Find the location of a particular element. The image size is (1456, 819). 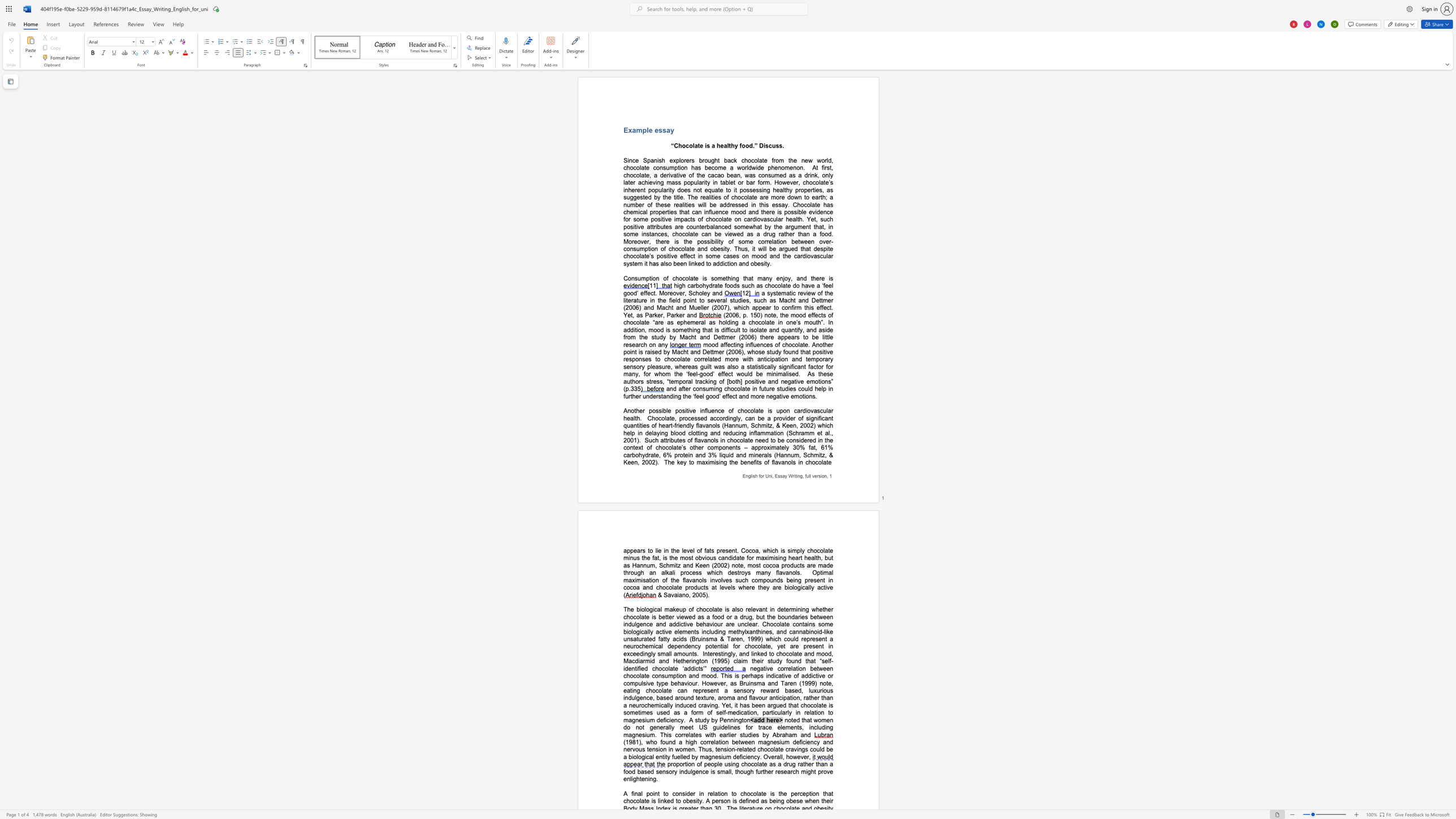

the 1th character "i" in the text is located at coordinates (723, 654).